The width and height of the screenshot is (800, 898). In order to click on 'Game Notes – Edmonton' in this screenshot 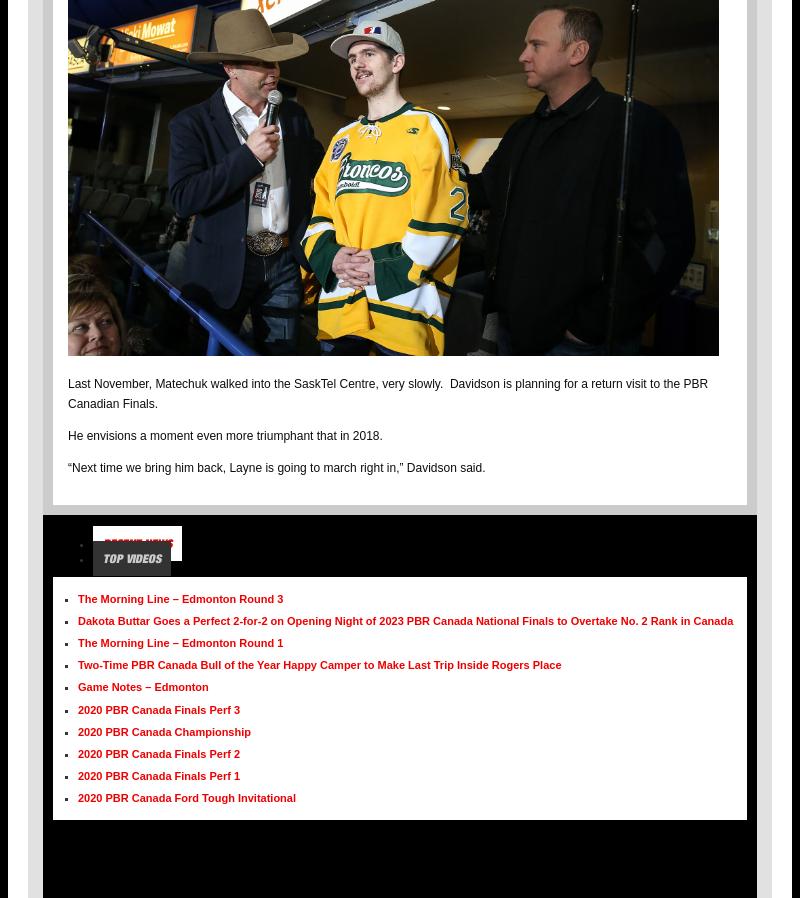, I will do `click(143, 685)`.